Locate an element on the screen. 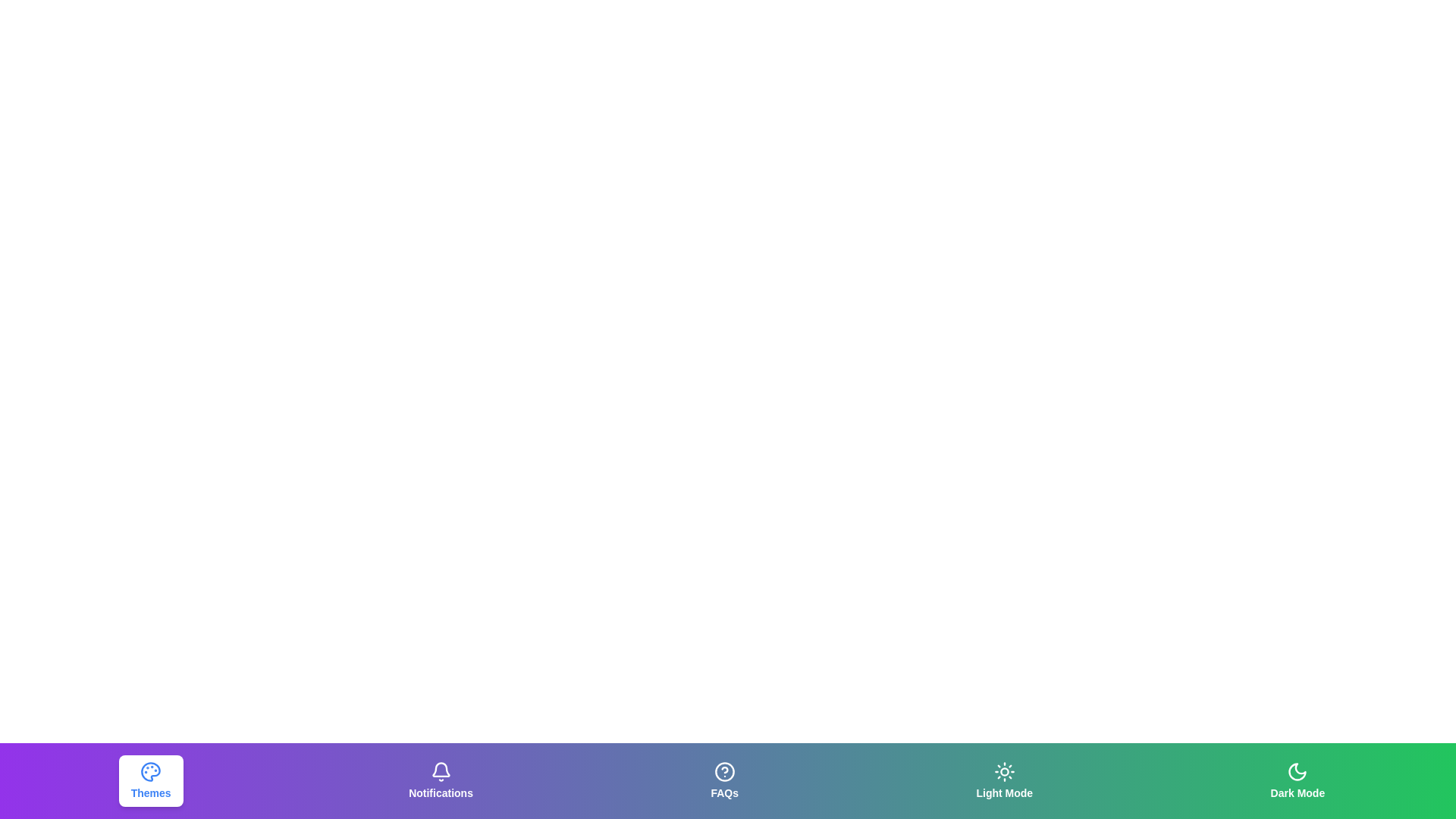 The width and height of the screenshot is (1456, 819). the tab labeled Notifications to select it is located at coordinates (439, 780).